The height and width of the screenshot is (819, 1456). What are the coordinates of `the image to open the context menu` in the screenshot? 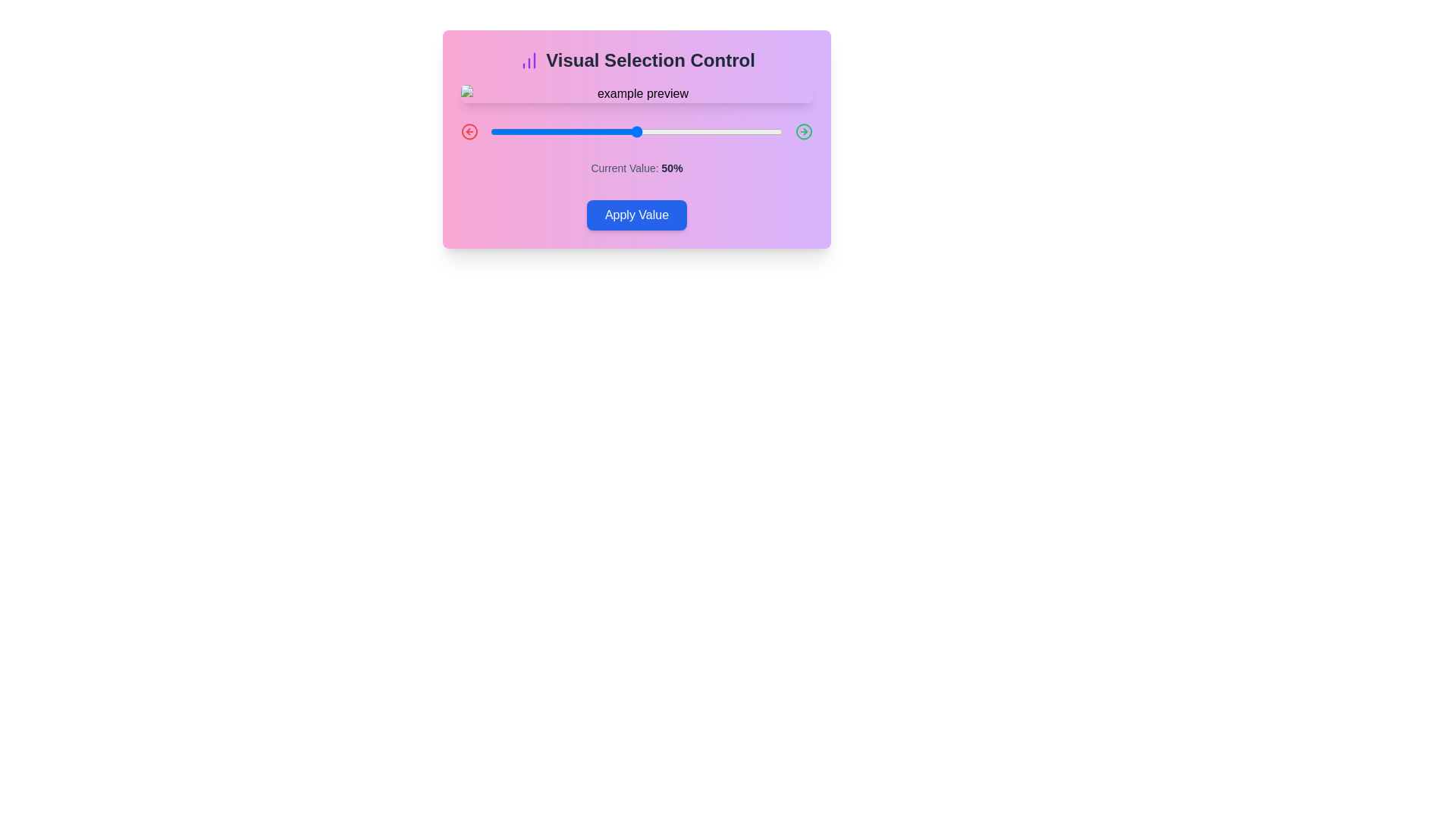 It's located at (637, 93).